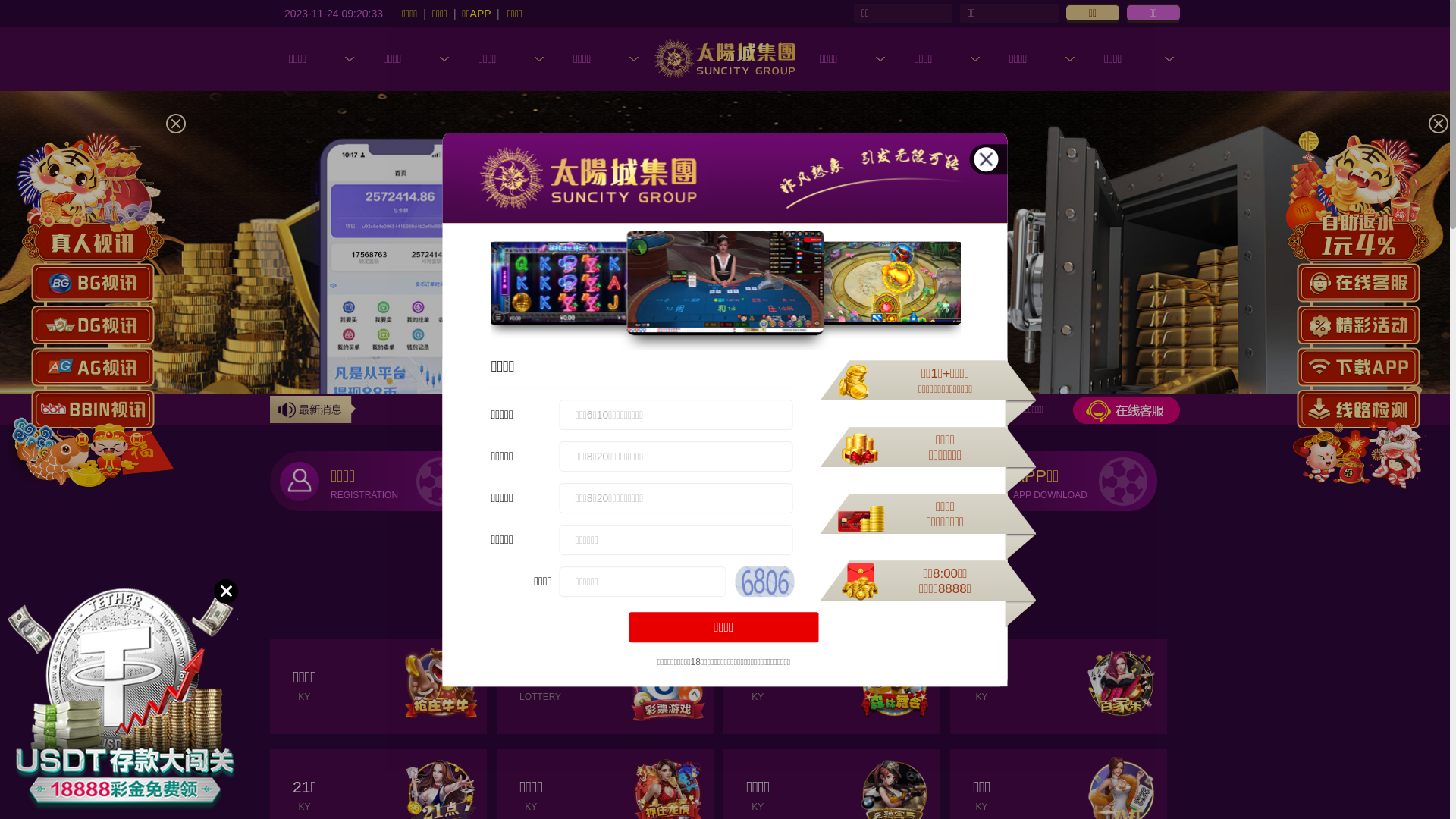 The width and height of the screenshot is (1456, 819). Describe the element at coordinates (333, 12) in the screenshot. I see `'2023-11-24 09:20:31'` at that location.